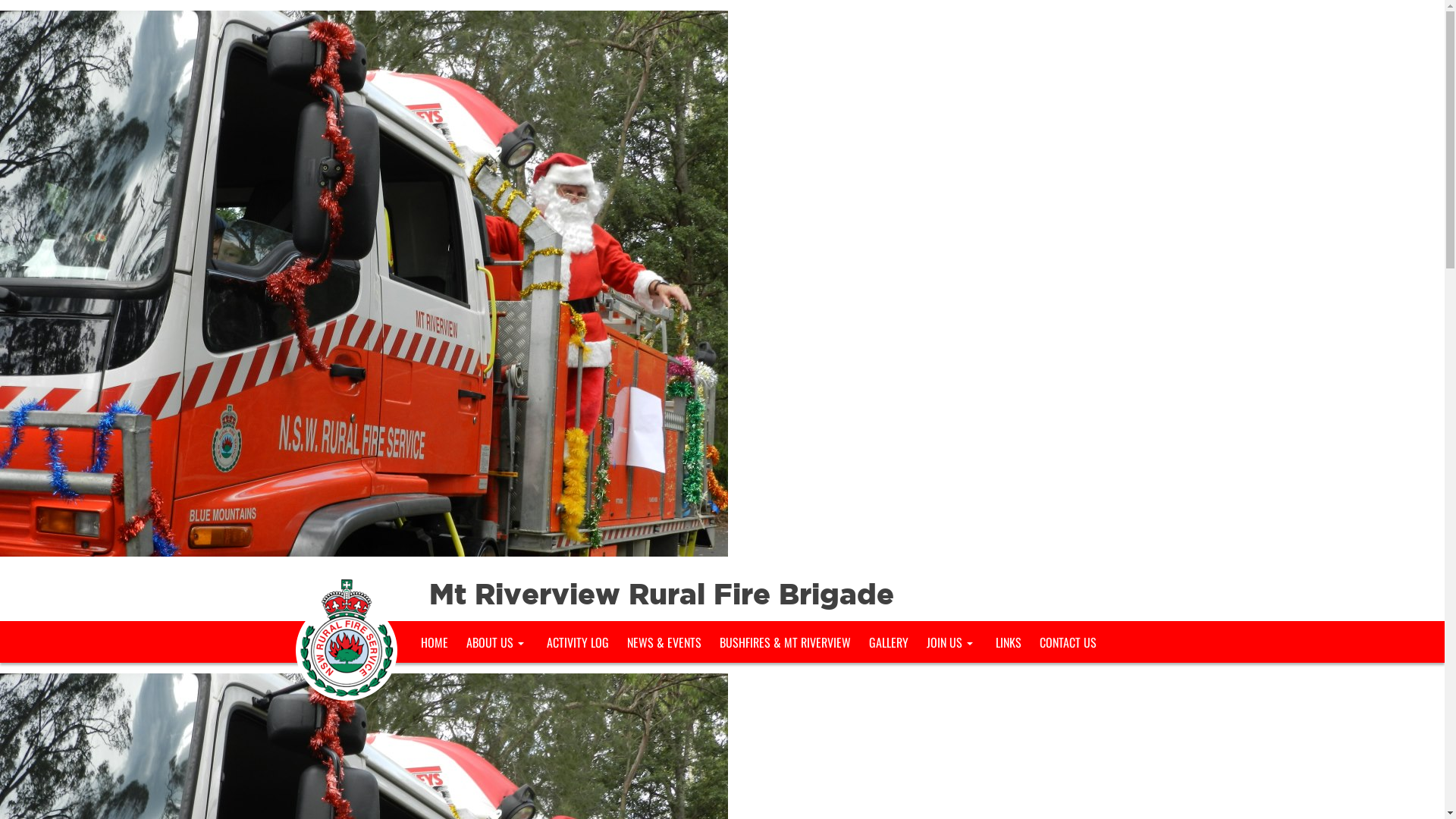  What do you see at coordinates (496, 642) in the screenshot?
I see `'ABOUT US'` at bounding box center [496, 642].